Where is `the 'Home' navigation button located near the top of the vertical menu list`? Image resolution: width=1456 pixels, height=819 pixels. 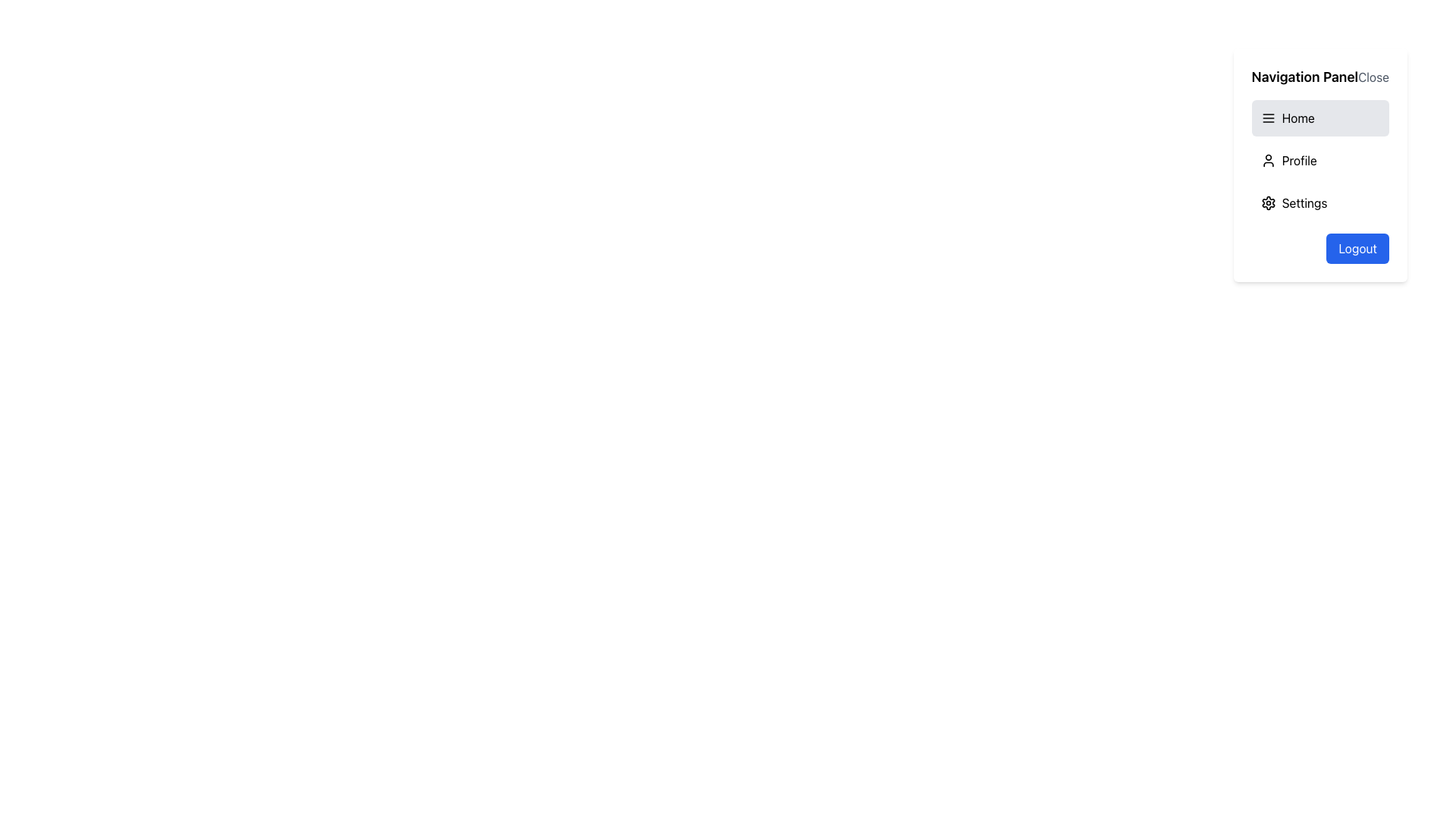 the 'Home' navigation button located near the top of the vertical menu list is located at coordinates (1298, 117).